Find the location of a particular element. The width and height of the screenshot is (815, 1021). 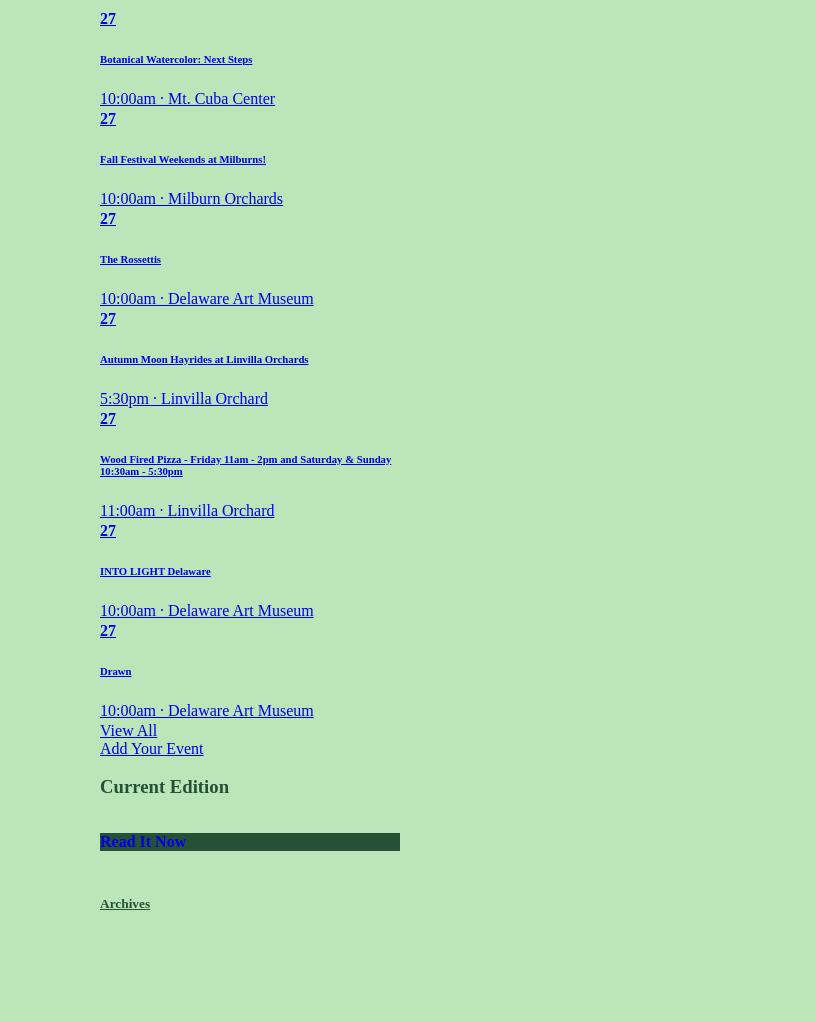

'Read It Now' is located at coordinates (143, 841).